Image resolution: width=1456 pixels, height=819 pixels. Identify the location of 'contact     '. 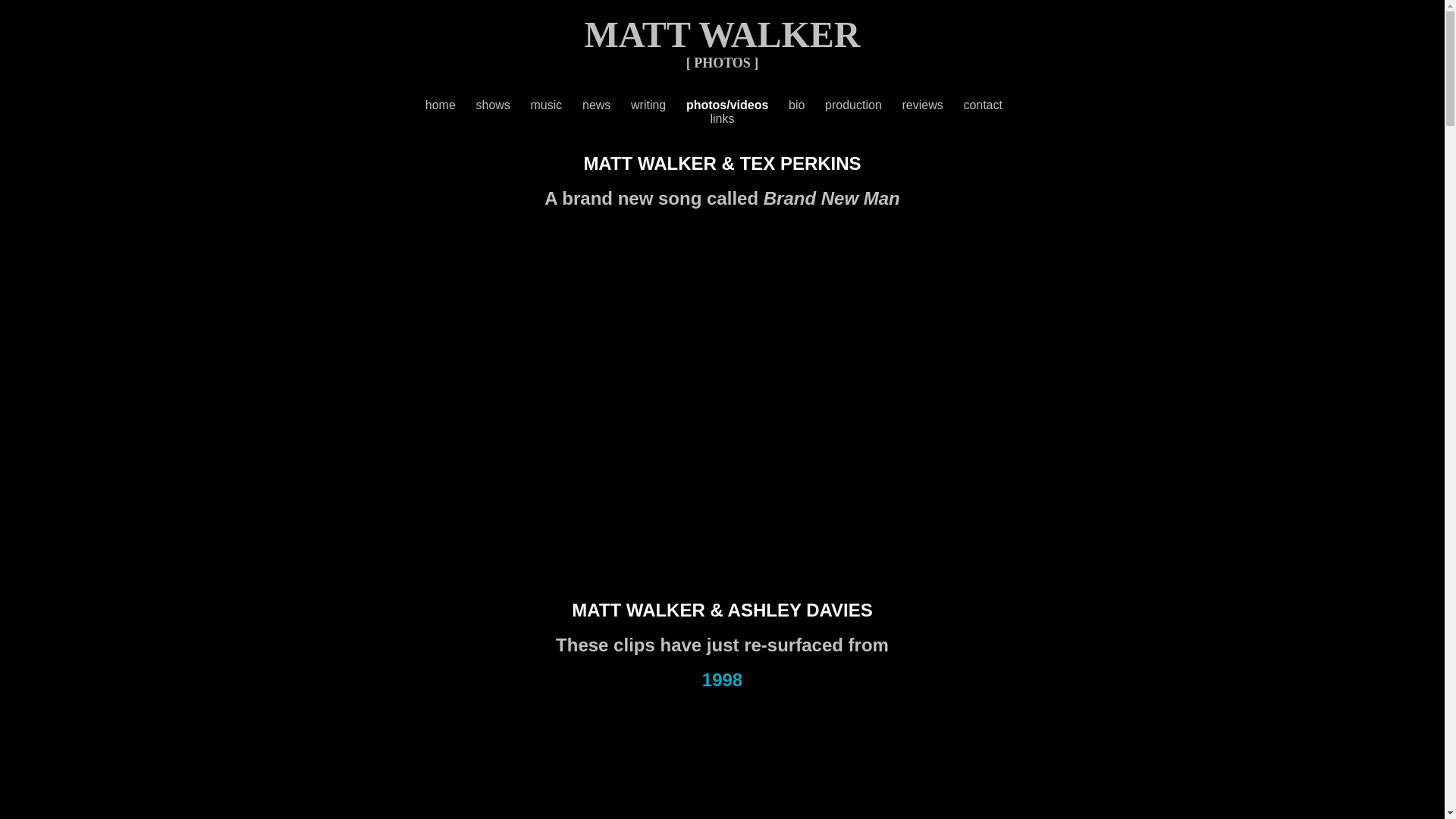
(962, 104).